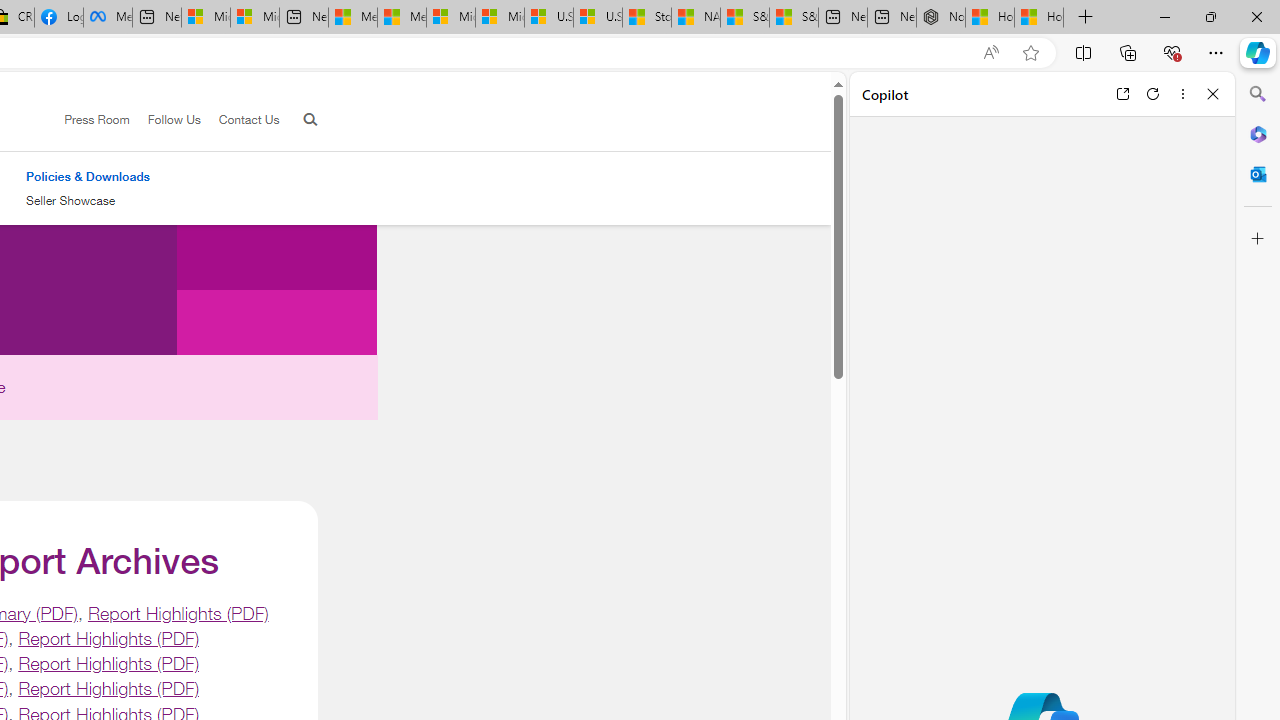 The height and width of the screenshot is (720, 1280). What do you see at coordinates (58, 17) in the screenshot?
I see `'Log into Facebook'` at bounding box center [58, 17].